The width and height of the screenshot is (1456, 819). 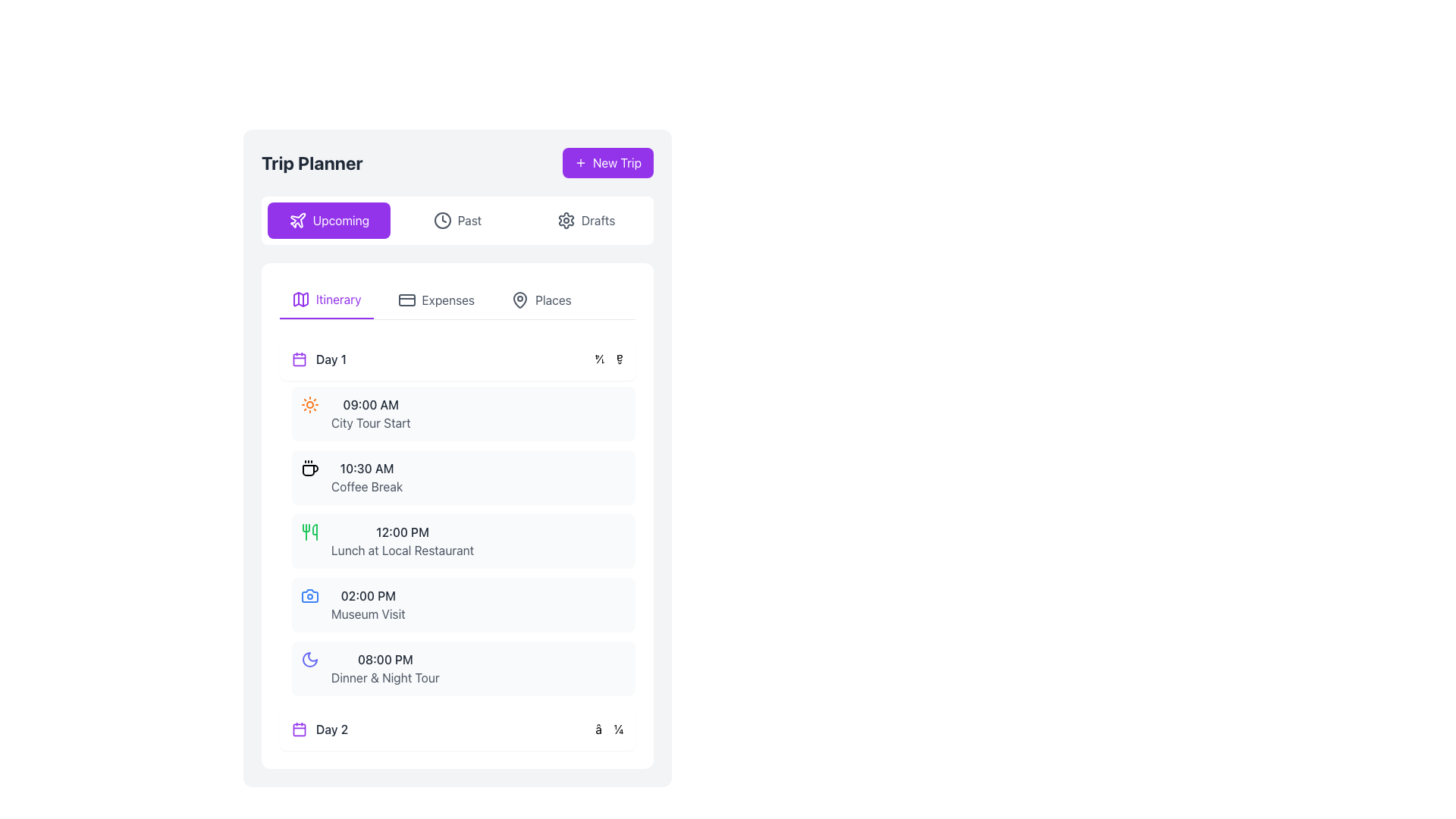 I want to click on the 'Upcoming' button, which is a rectangular button with a purple background and white text, so click(x=328, y=220).